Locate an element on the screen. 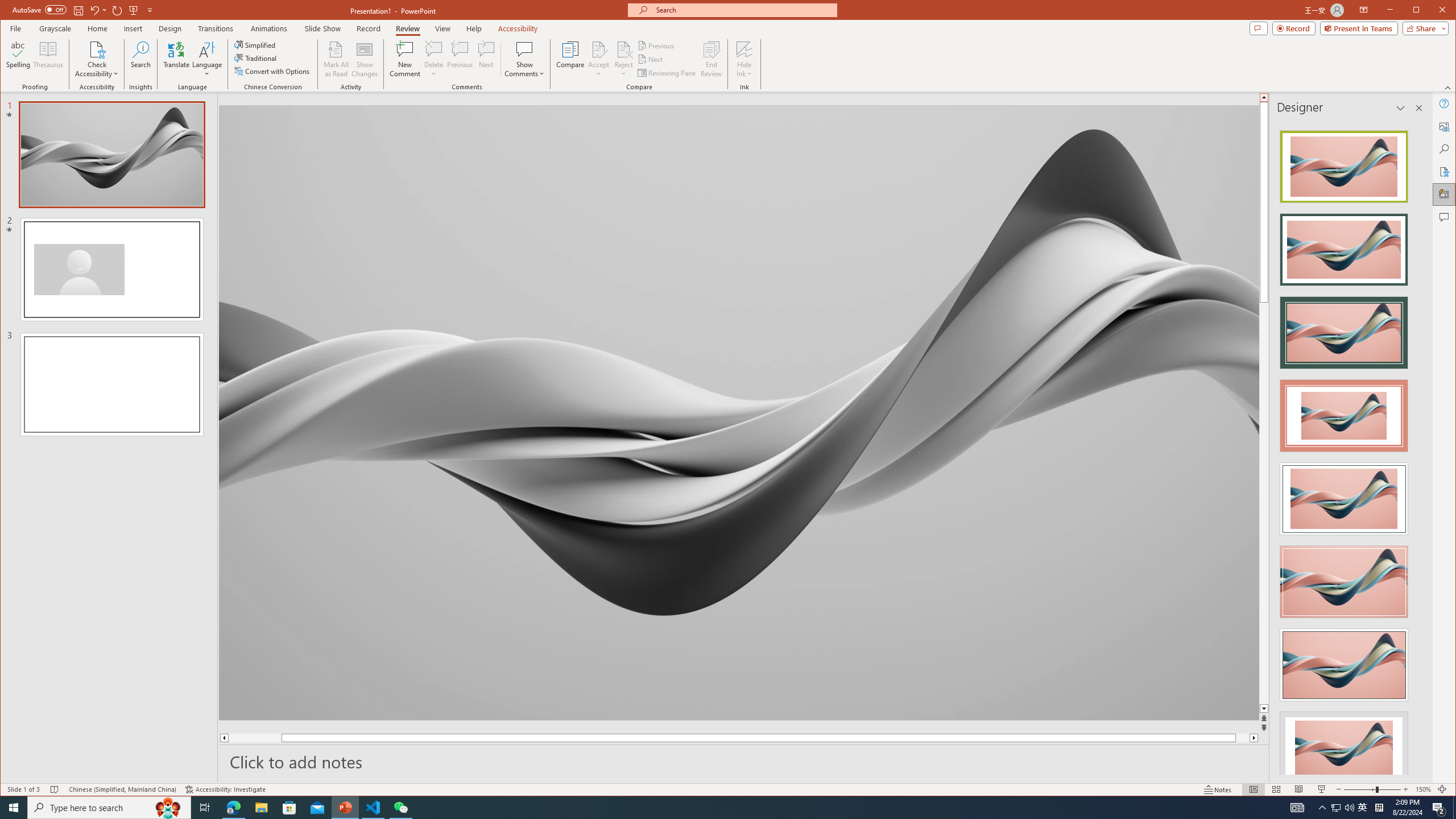 This screenshot has height=819, width=1456. 'Zoom 150%' is located at coordinates (1423, 789).